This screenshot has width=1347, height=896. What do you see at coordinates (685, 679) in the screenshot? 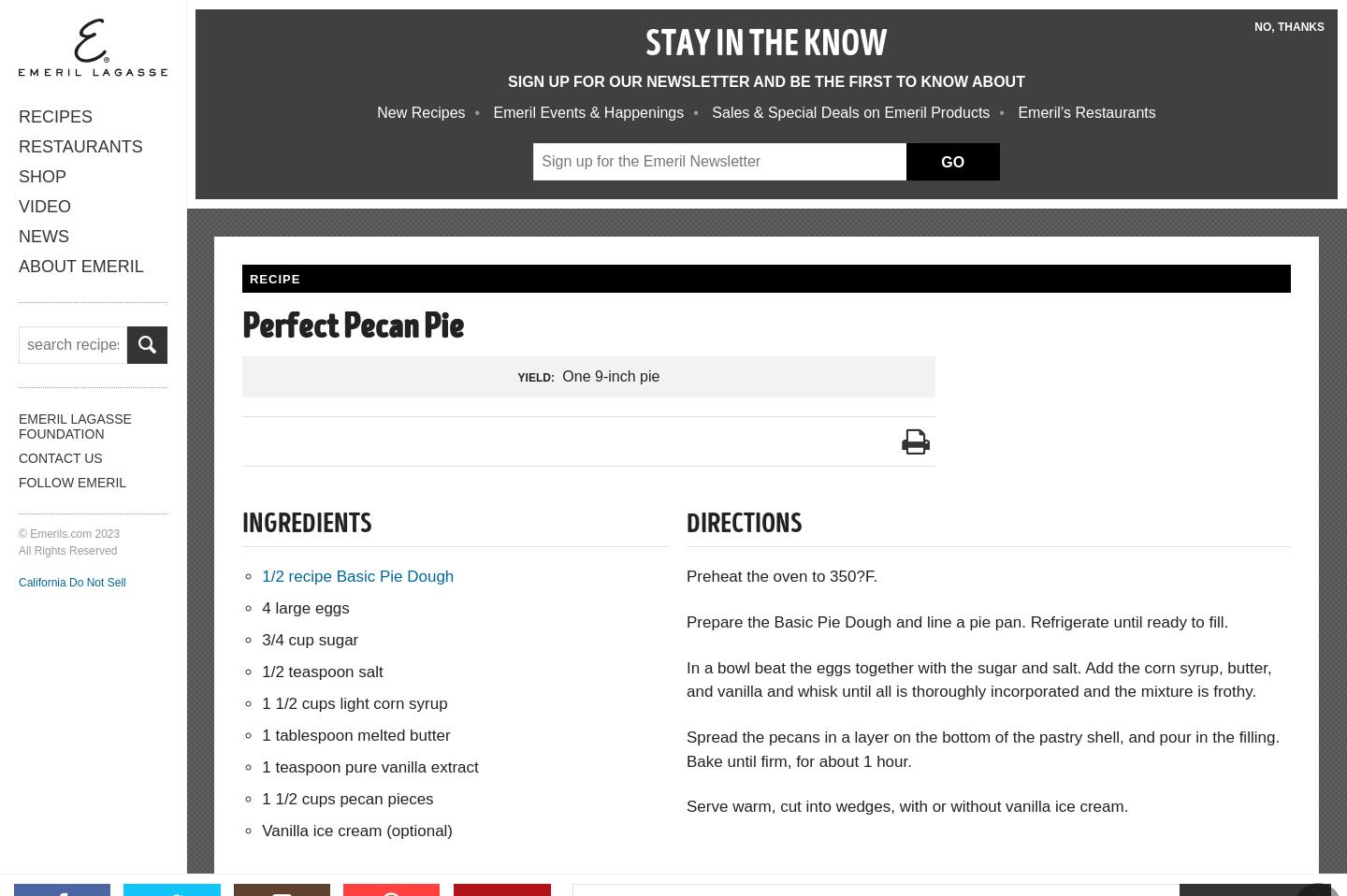
I see `'In a bowl beat the eggs together with the sugar and salt. Add the corn syrup, butter, and vanilla and whisk until all is thoroughly incorporated and the mixture is frothy.'` at bounding box center [685, 679].